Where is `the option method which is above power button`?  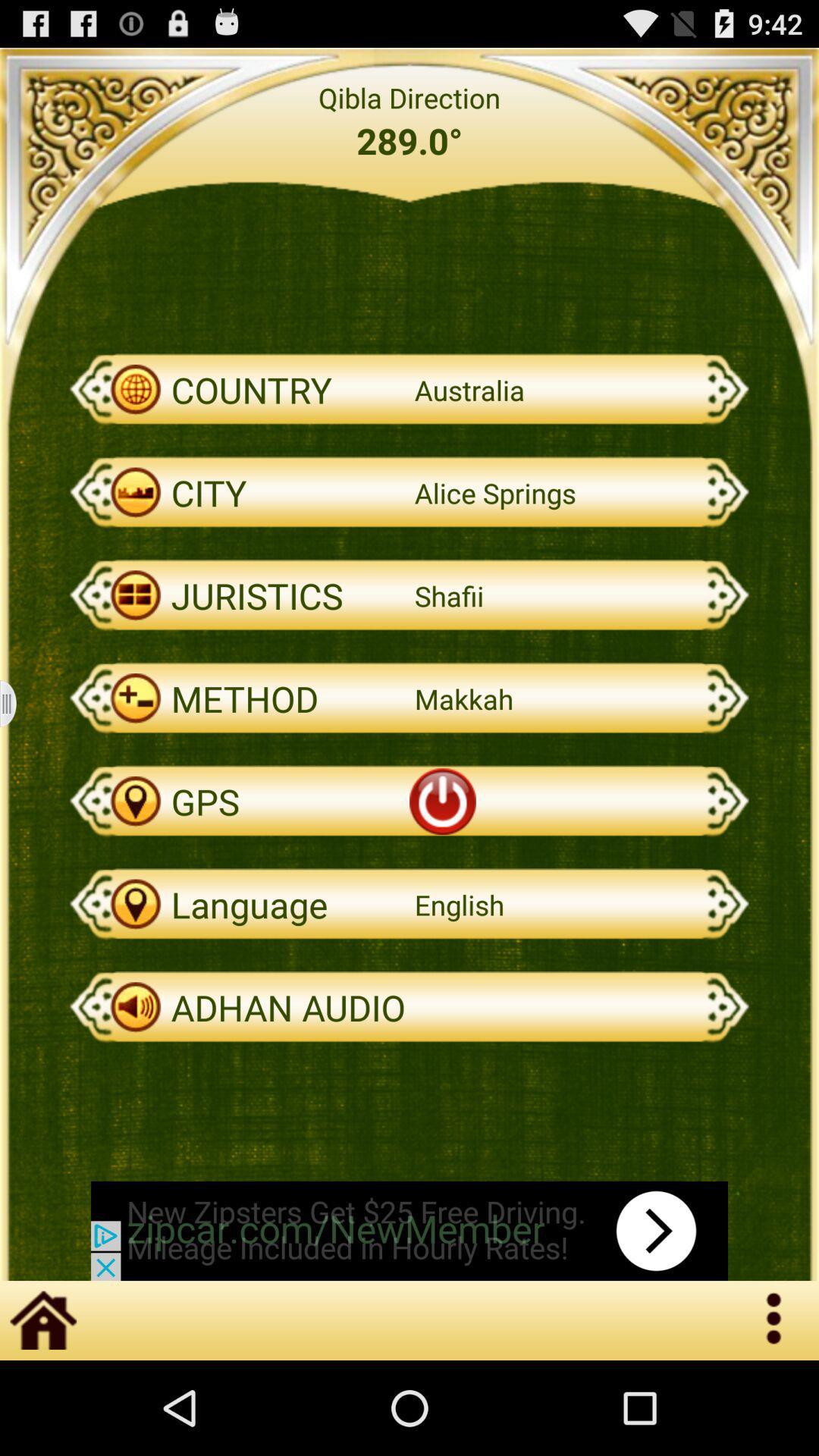 the option method which is above power button is located at coordinates (409, 698).